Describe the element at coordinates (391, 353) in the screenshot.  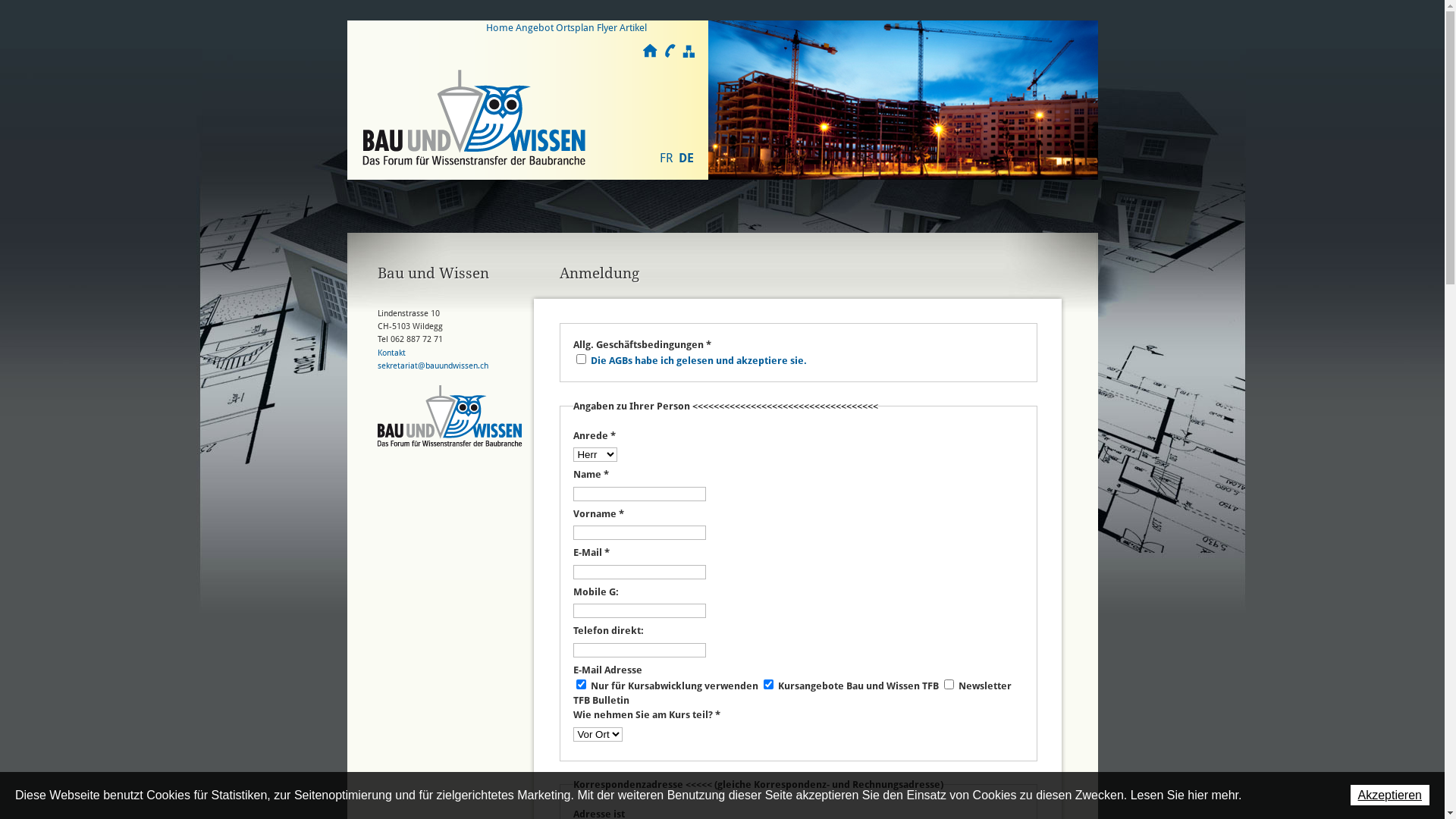
I see `'Kontakt'` at that location.